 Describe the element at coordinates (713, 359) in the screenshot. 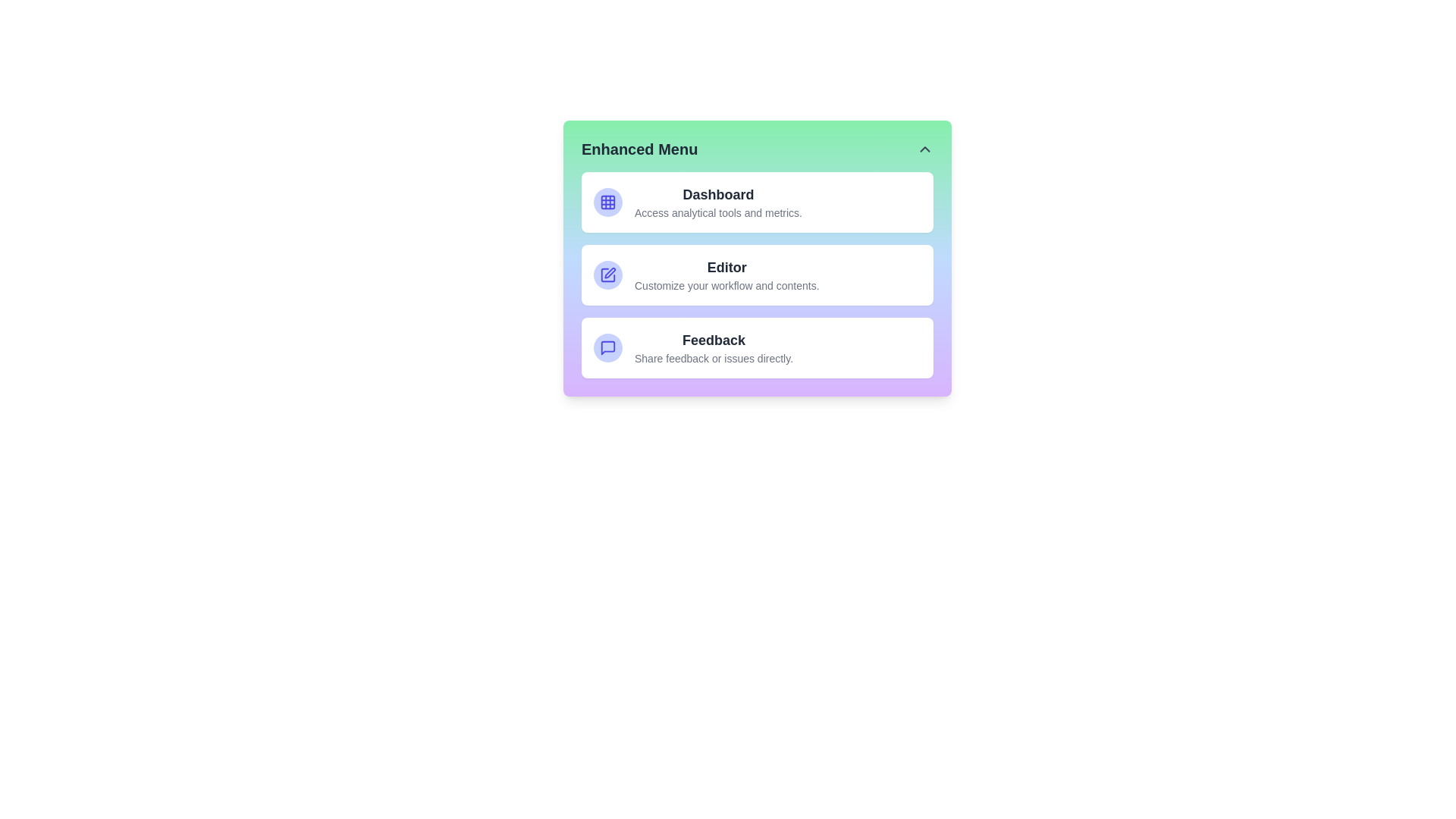

I see `the descriptive text under the menu item Feedback` at that location.